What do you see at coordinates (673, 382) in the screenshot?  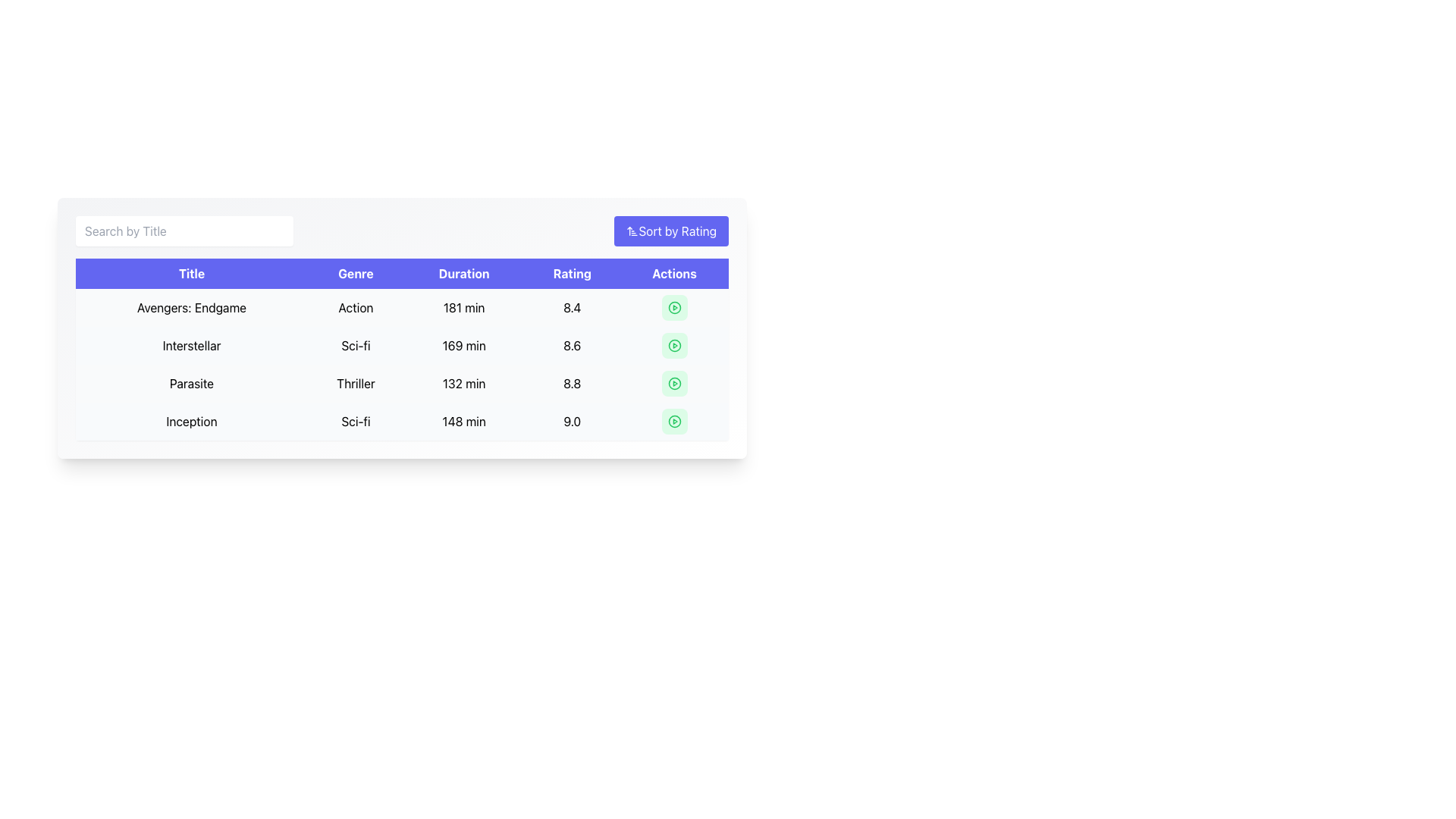 I see `the circular play icon button in the 'Actions' column of the data table row for the movie 'Parasite'` at bounding box center [673, 382].